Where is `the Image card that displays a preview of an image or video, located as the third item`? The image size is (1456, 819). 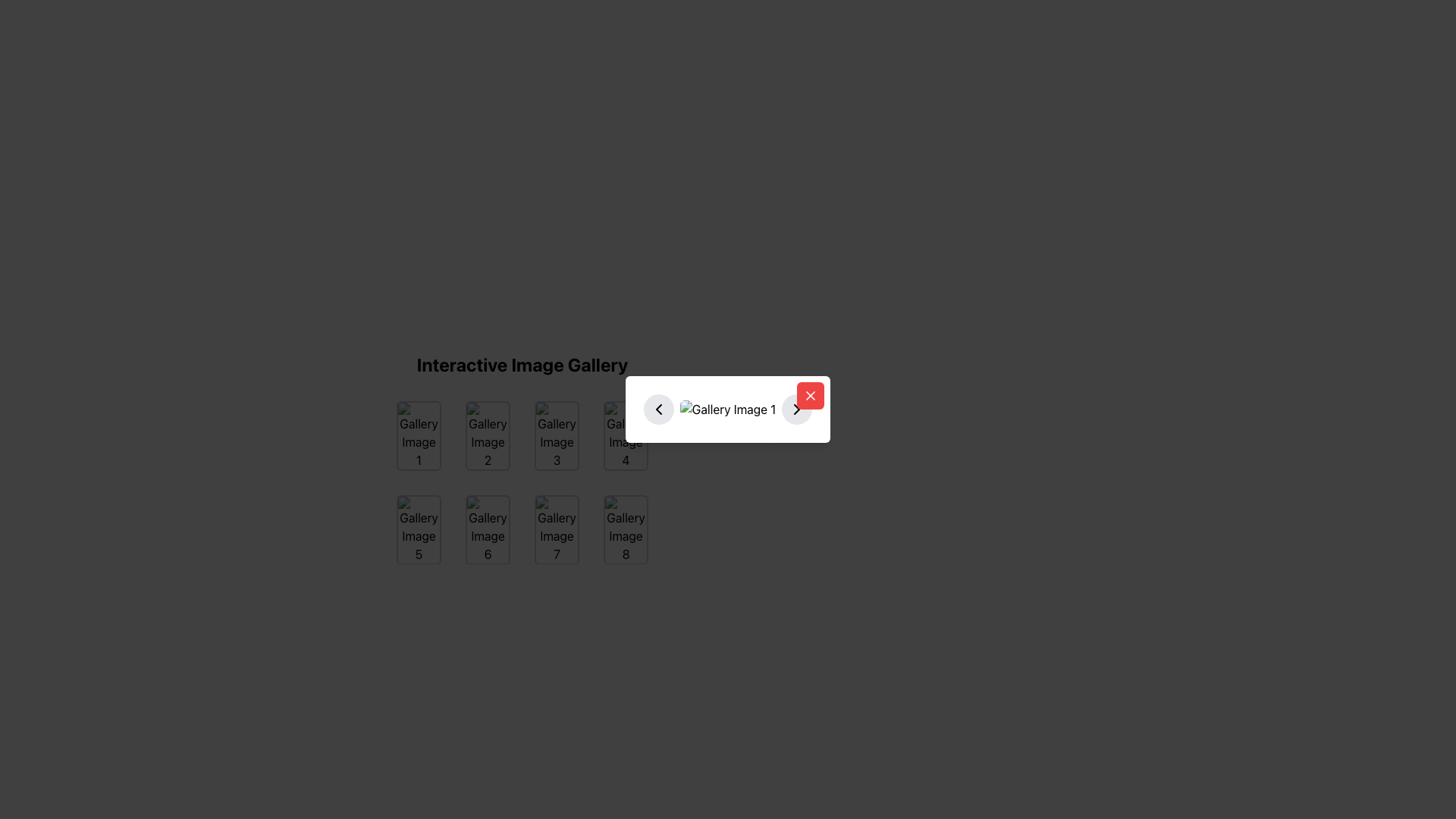
the Image card that displays a preview of an image or video, located as the third item is located at coordinates (556, 435).